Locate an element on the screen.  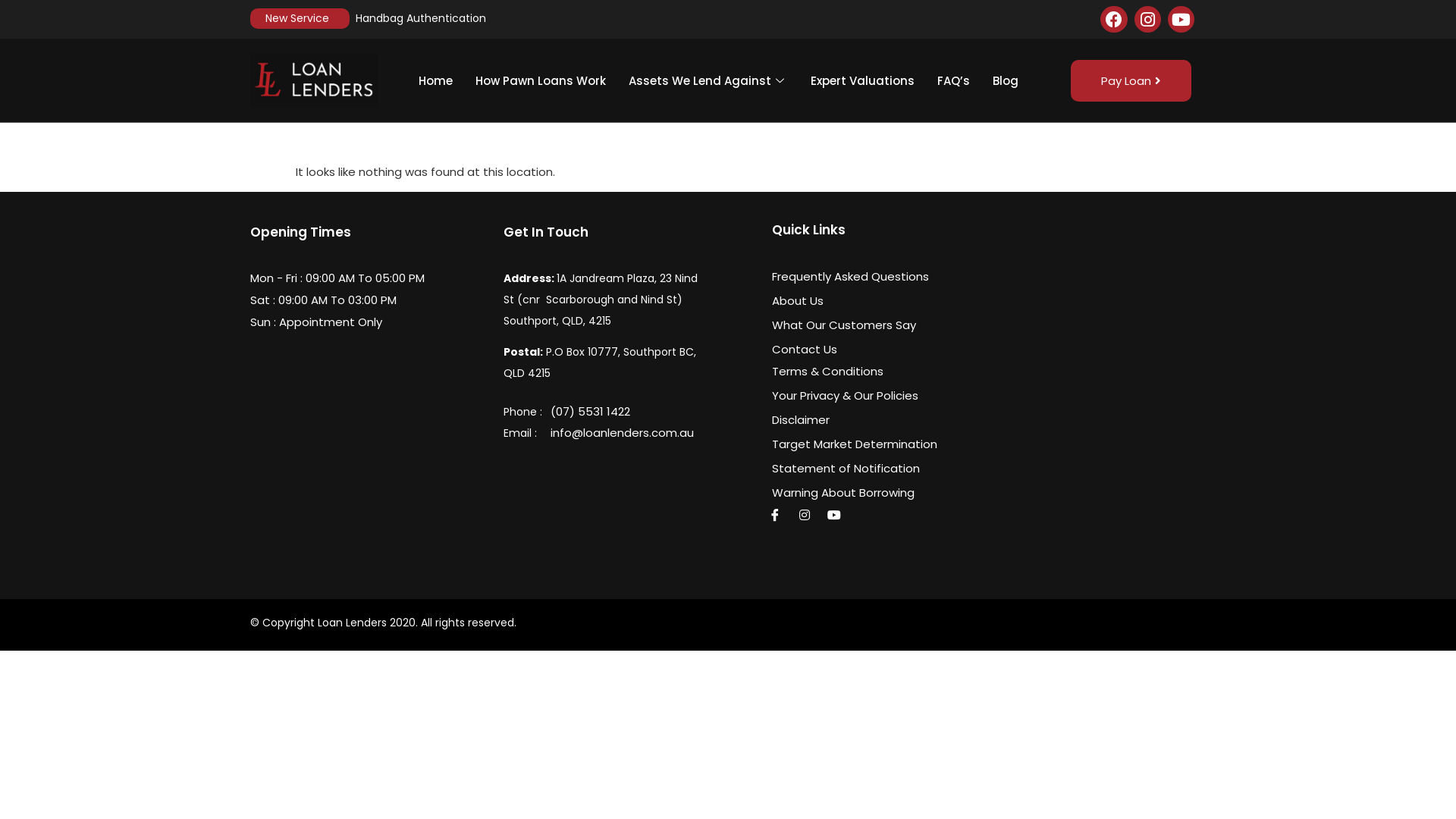
'info@loanlenders.com.au' is located at coordinates (657, 432).